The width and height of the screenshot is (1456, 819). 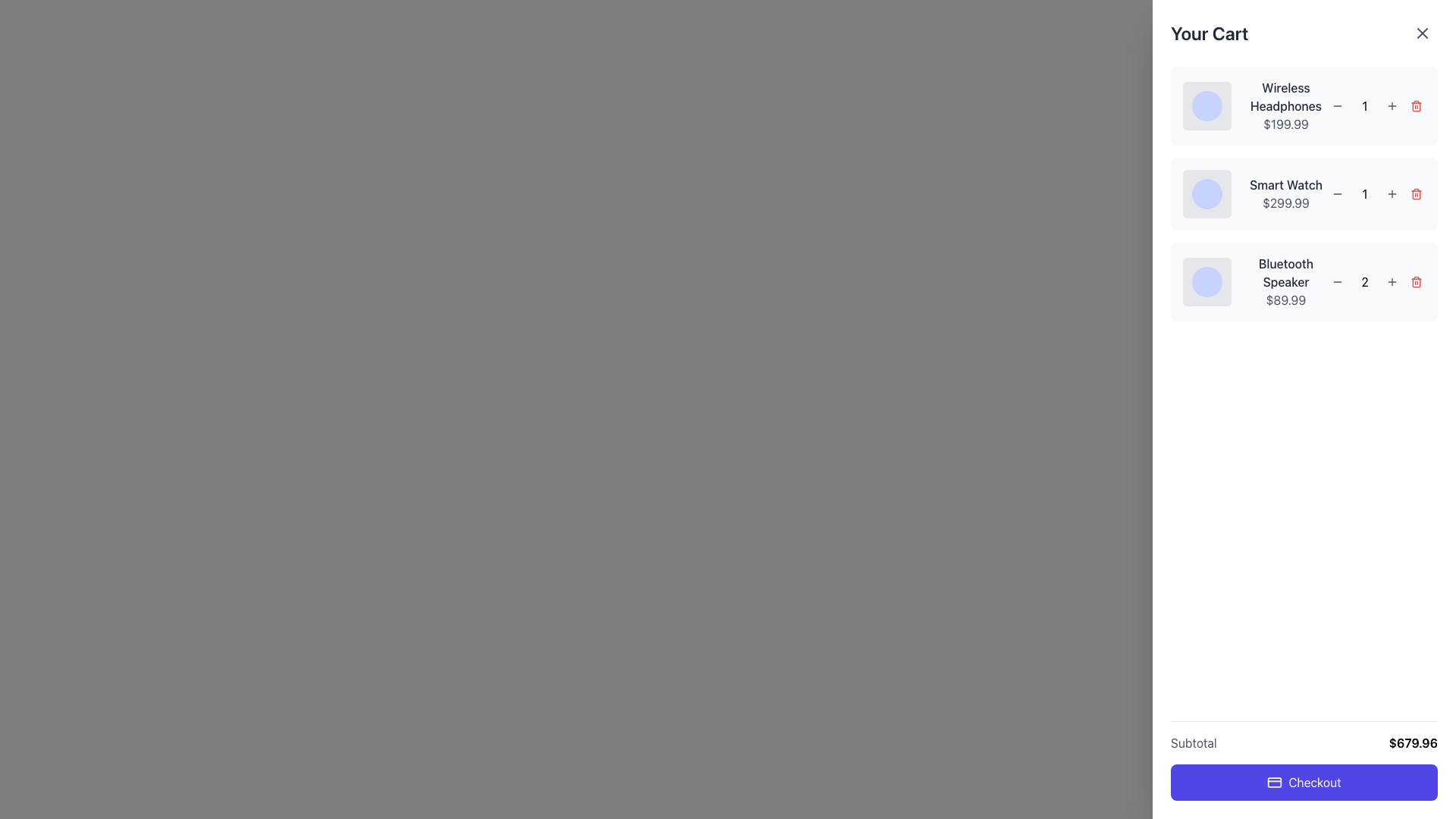 What do you see at coordinates (1415, 105) in the screenshot?
I see `the delete button located at the far-right end of the 'Your Cart' section` at bounding box center [1415, 105].